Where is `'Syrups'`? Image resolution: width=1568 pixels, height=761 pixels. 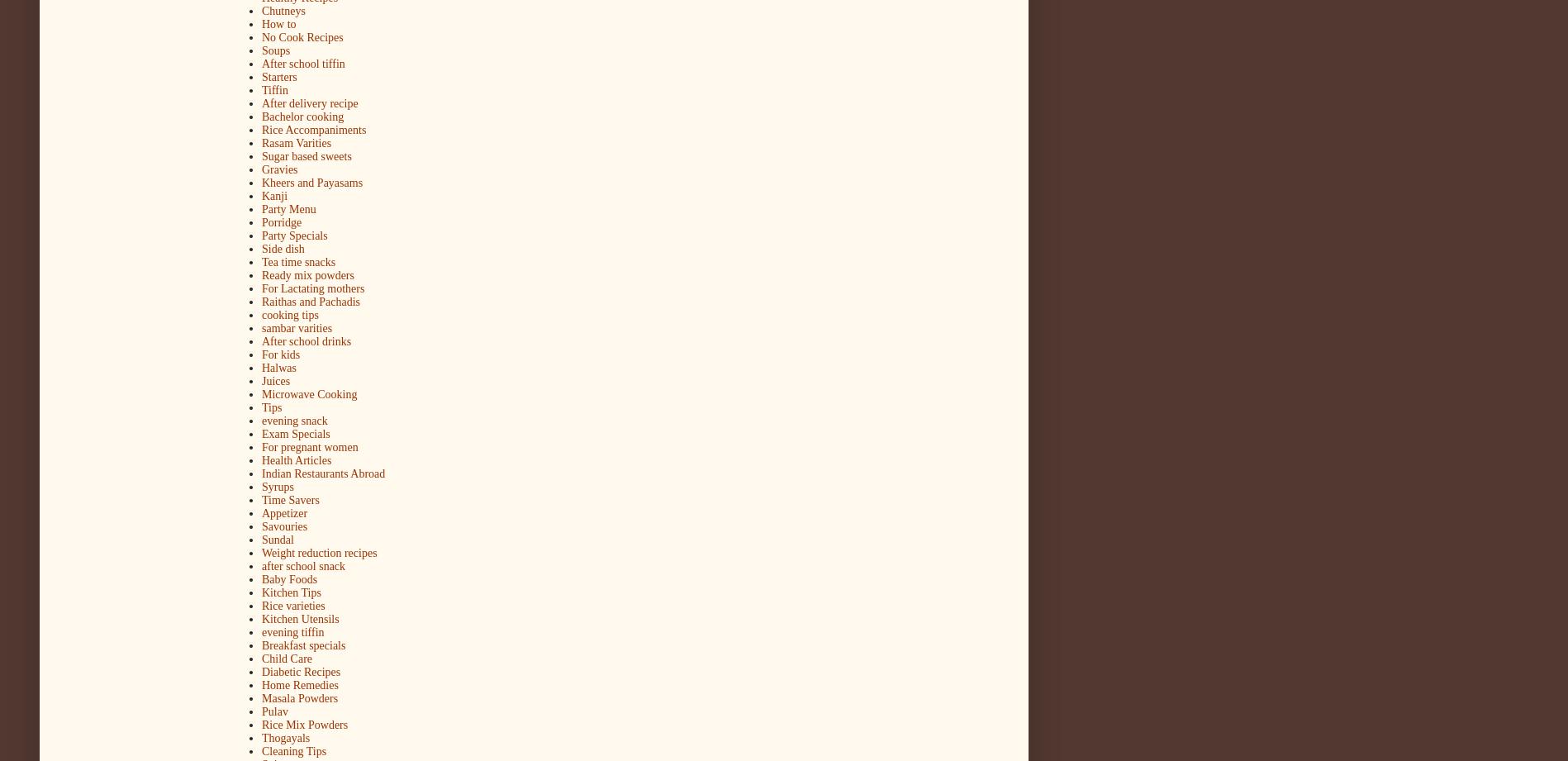
'Syrups' is located at coordinates (277, 486).